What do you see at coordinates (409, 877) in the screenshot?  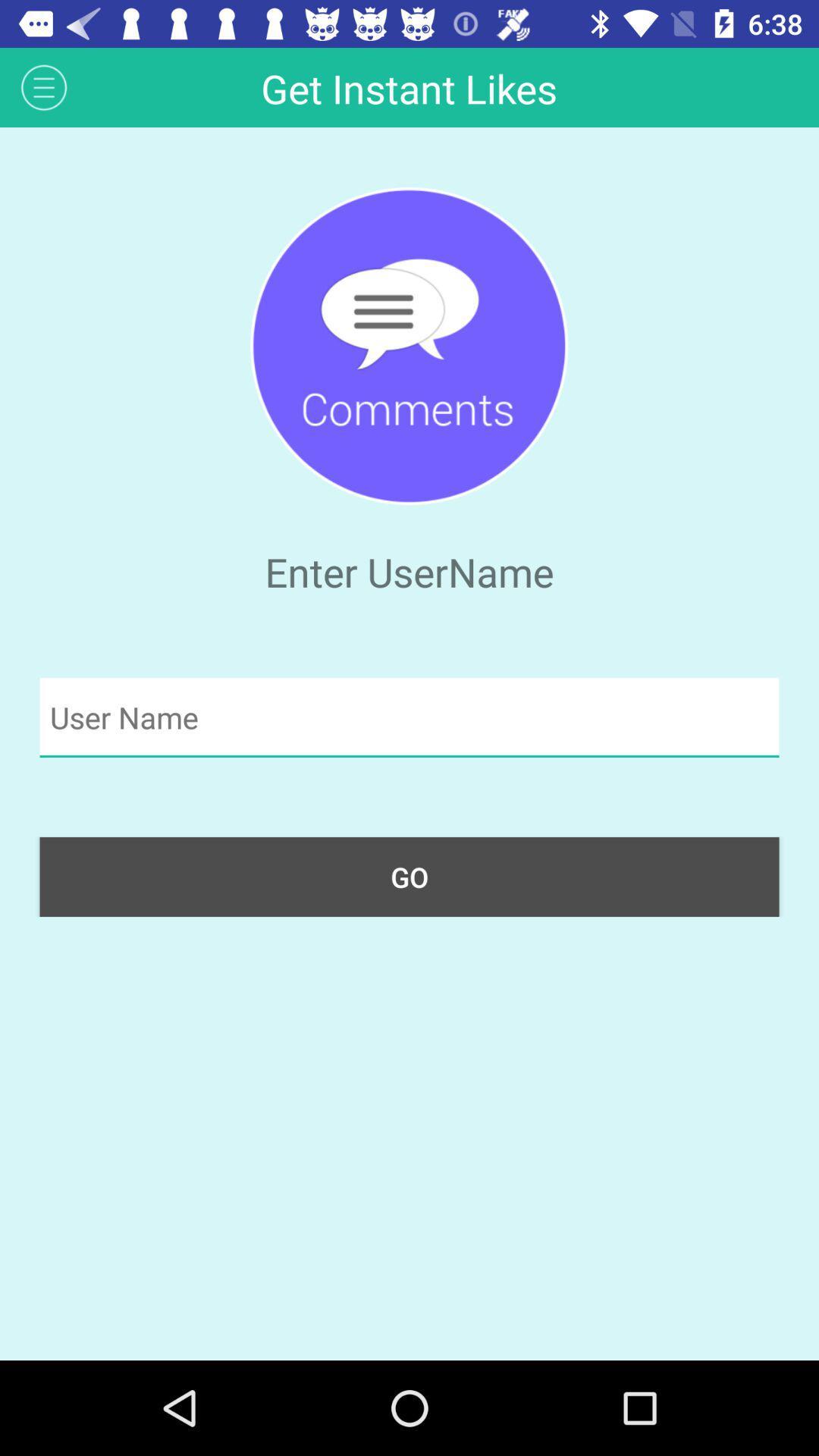 I see `the go item` at bounding box center [409, 877].